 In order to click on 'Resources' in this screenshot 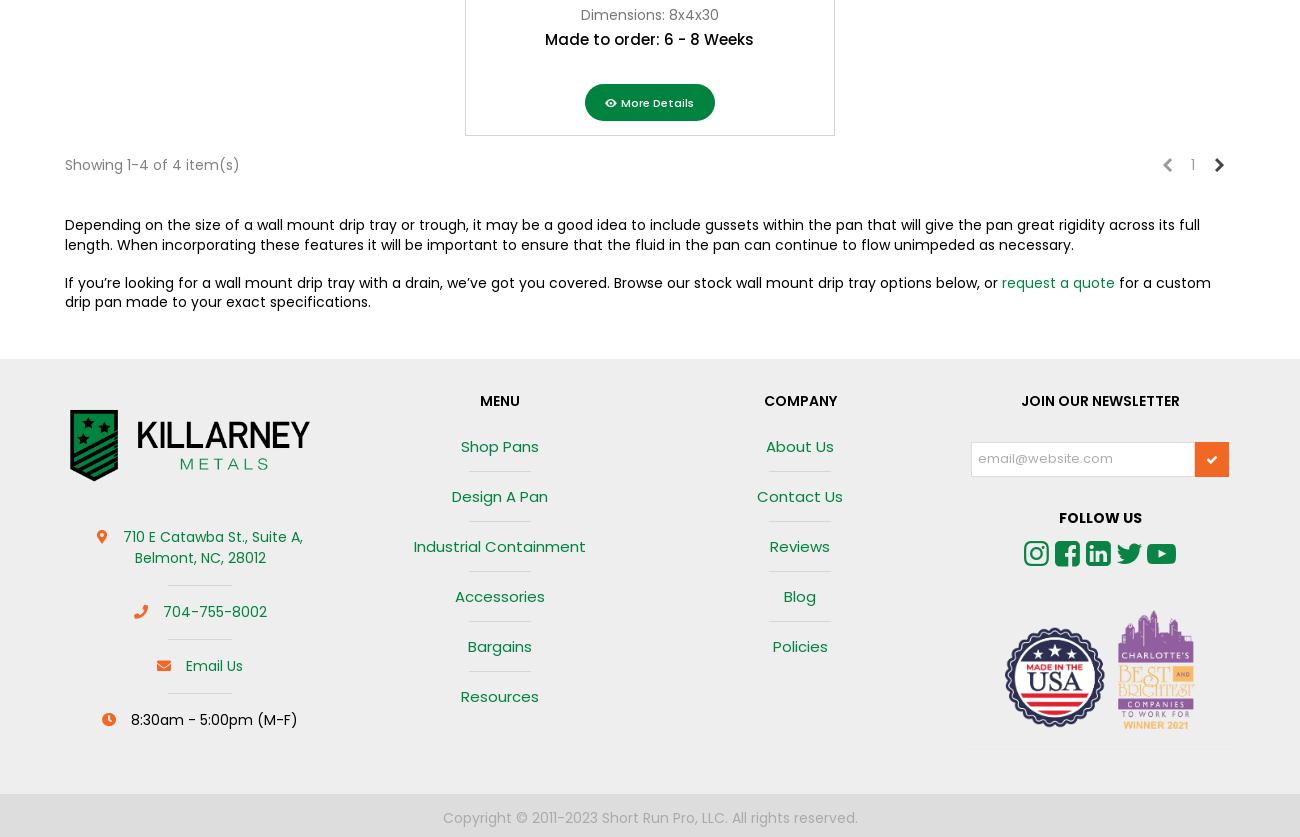, I will do `click(499, 695)`.